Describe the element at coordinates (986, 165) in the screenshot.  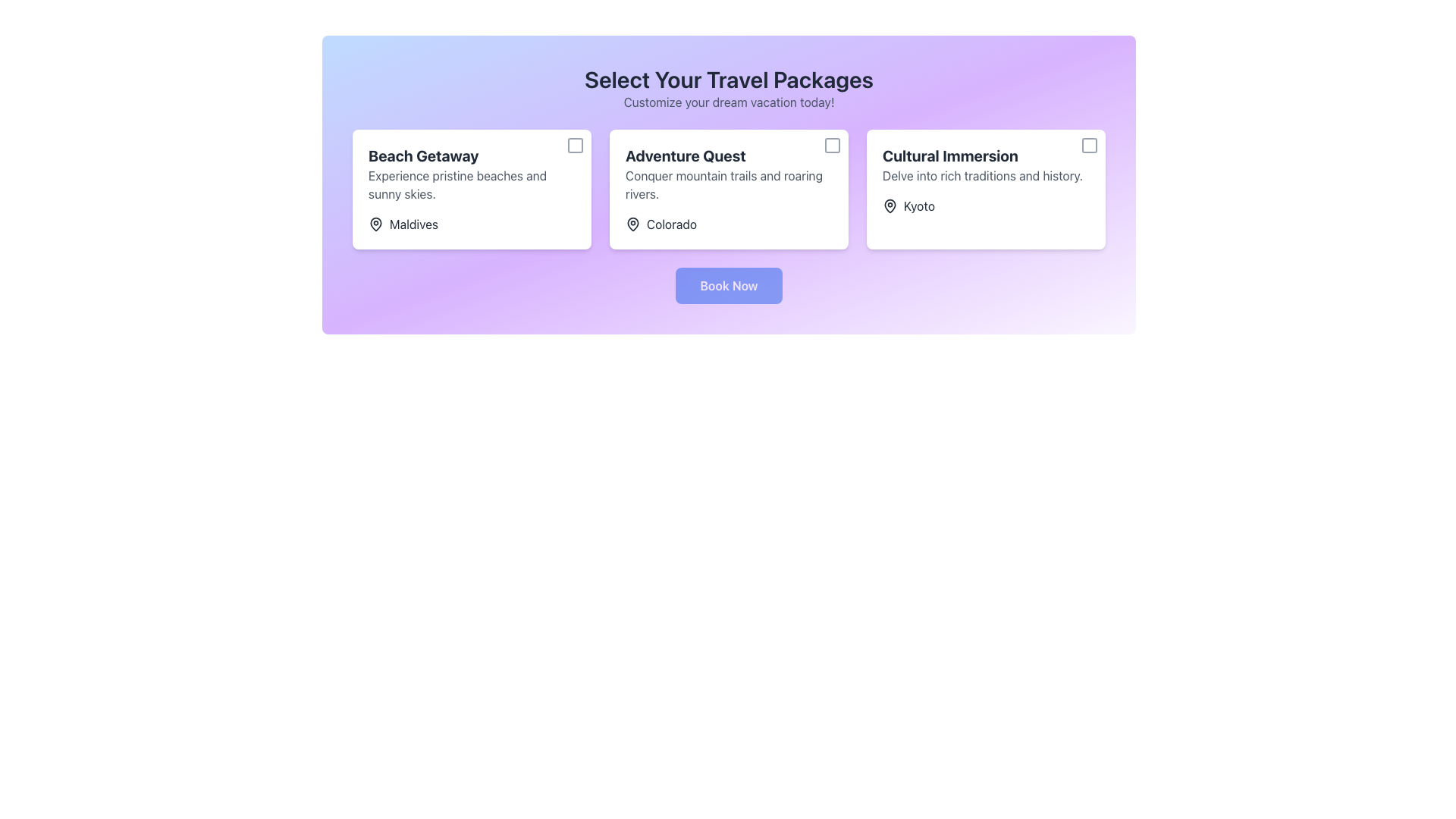
I see `the card containing the text about the travel package titled 'Cultural Immersion' located in the top right box of the grid arrangement` at that location.